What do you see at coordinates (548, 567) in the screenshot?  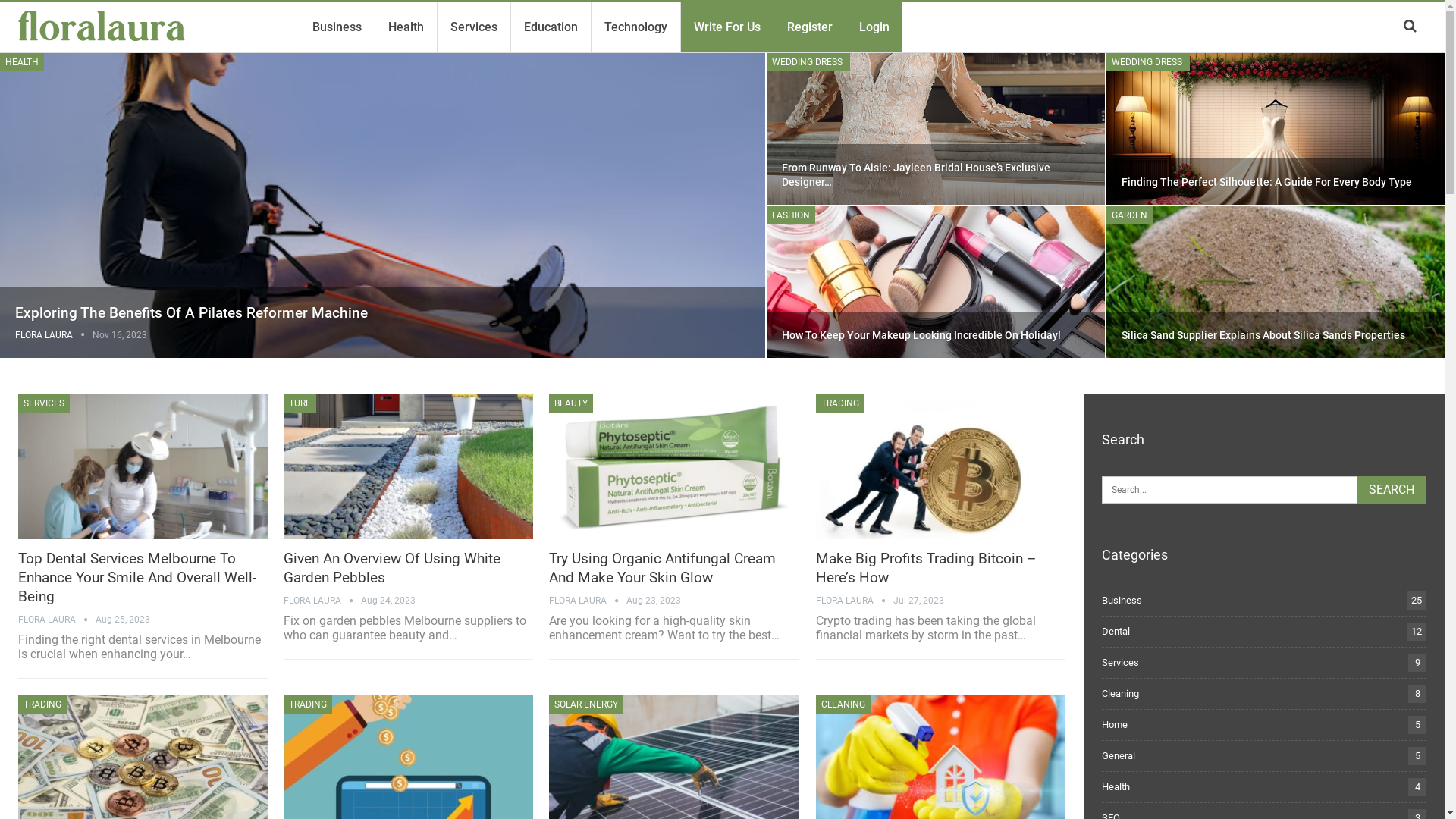 I see `'Try Using Organic Antifungal Cream And Make Your Skin Glow'` at bounding box center [548, 567].